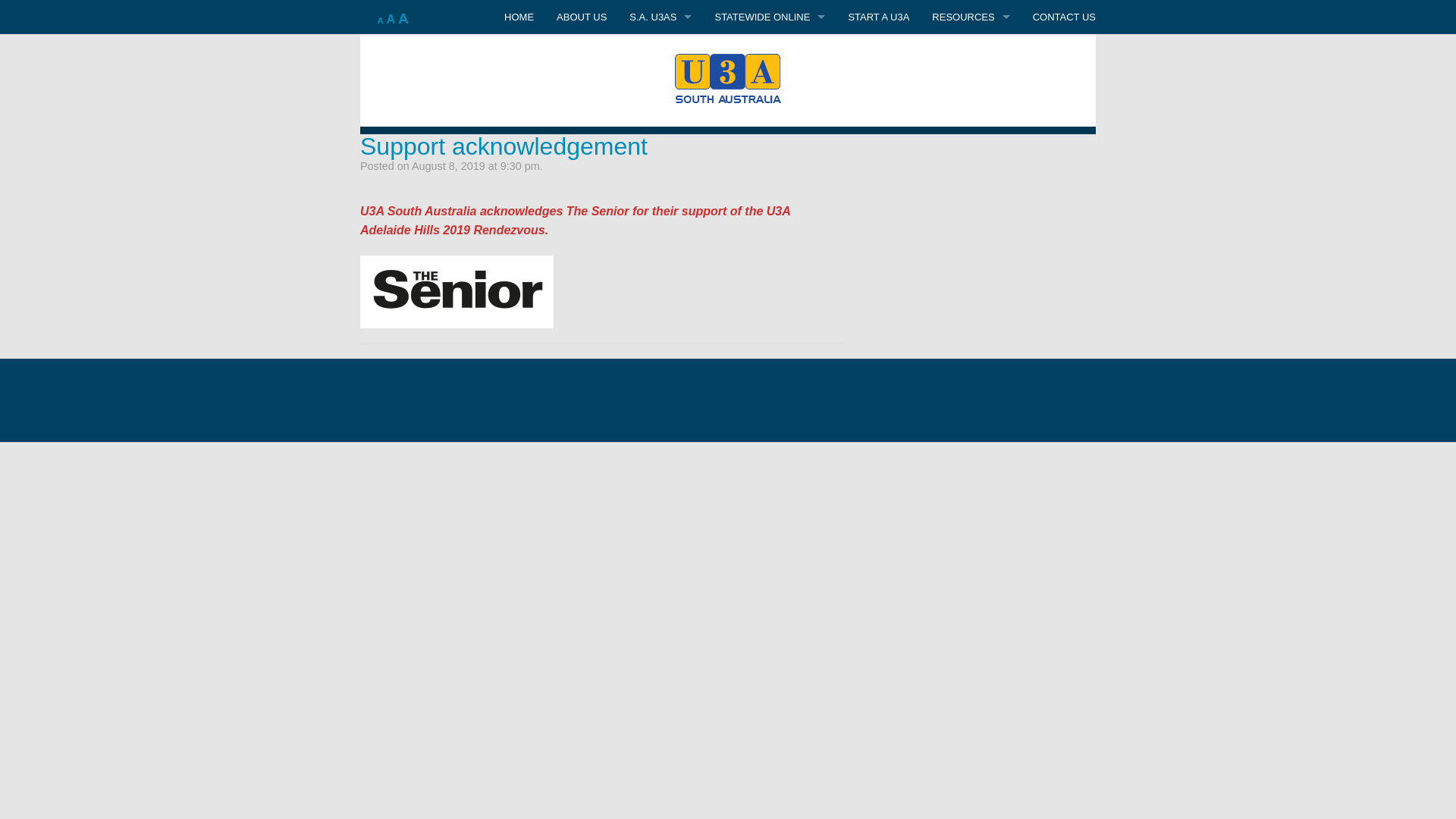 The width and height of the screenshot is (1456, 819). Describe the element at coordinates (381, 20) in the screenshot. I see `'A'` at that location.